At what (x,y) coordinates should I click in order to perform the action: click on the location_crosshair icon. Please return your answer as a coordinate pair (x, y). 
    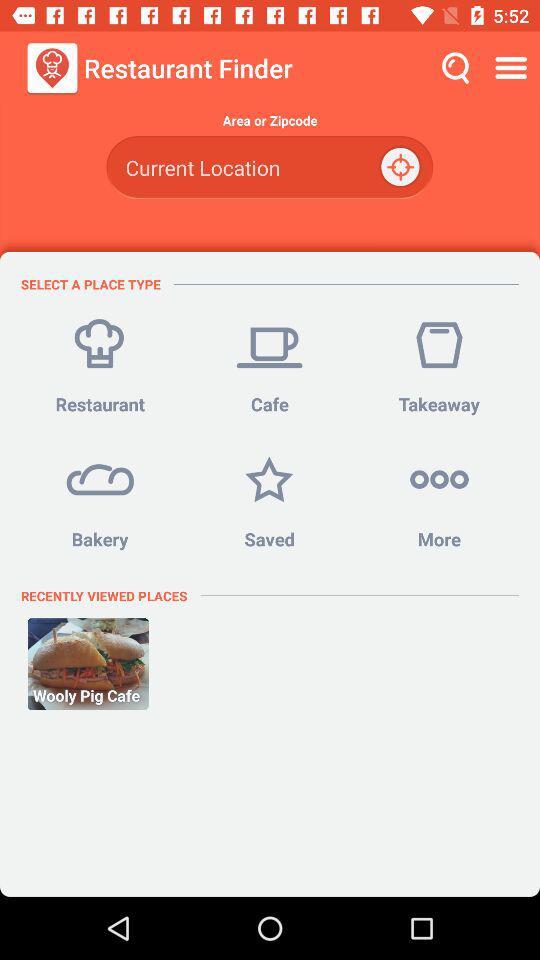
    Looking at the image, I should click on (402, 166).